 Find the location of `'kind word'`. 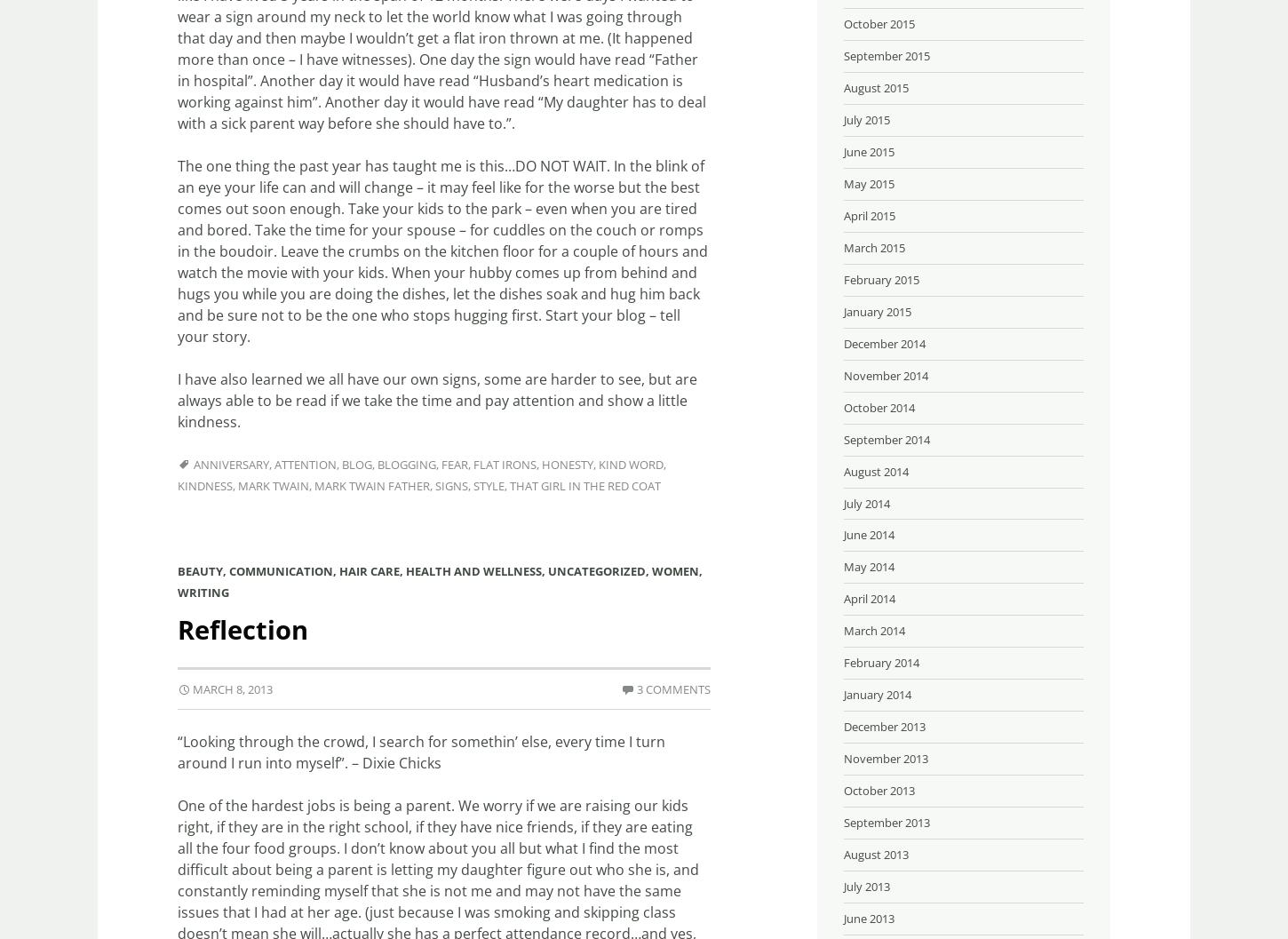

'kind word' is located at coordinates (630, 465).